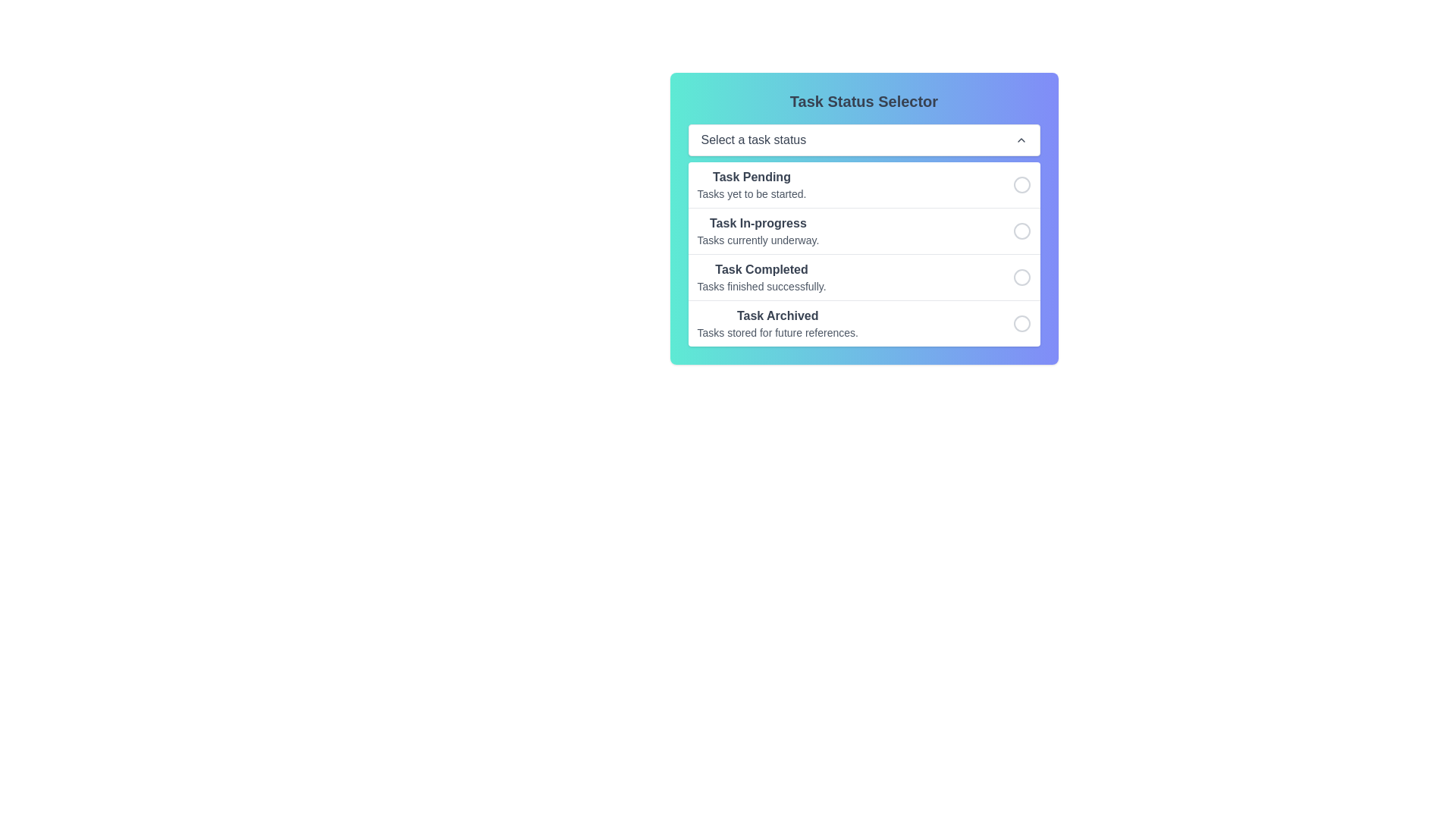 Image resolution: width=1456 pixels, height=819 pixels. I want to click on the 'Completed' task status option in the Task Status Selector panel by clicking on it, so click(864, 277).